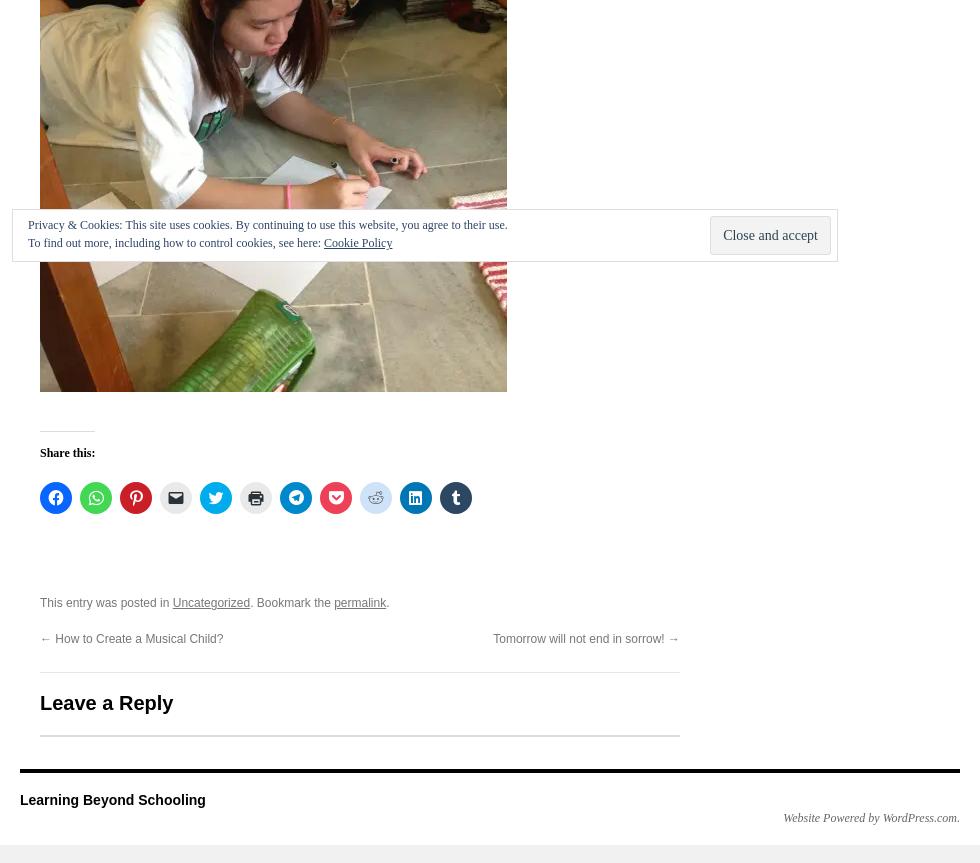  I want to click on 'To find out more, including how to control cookies, see here:', so click(176, 243).